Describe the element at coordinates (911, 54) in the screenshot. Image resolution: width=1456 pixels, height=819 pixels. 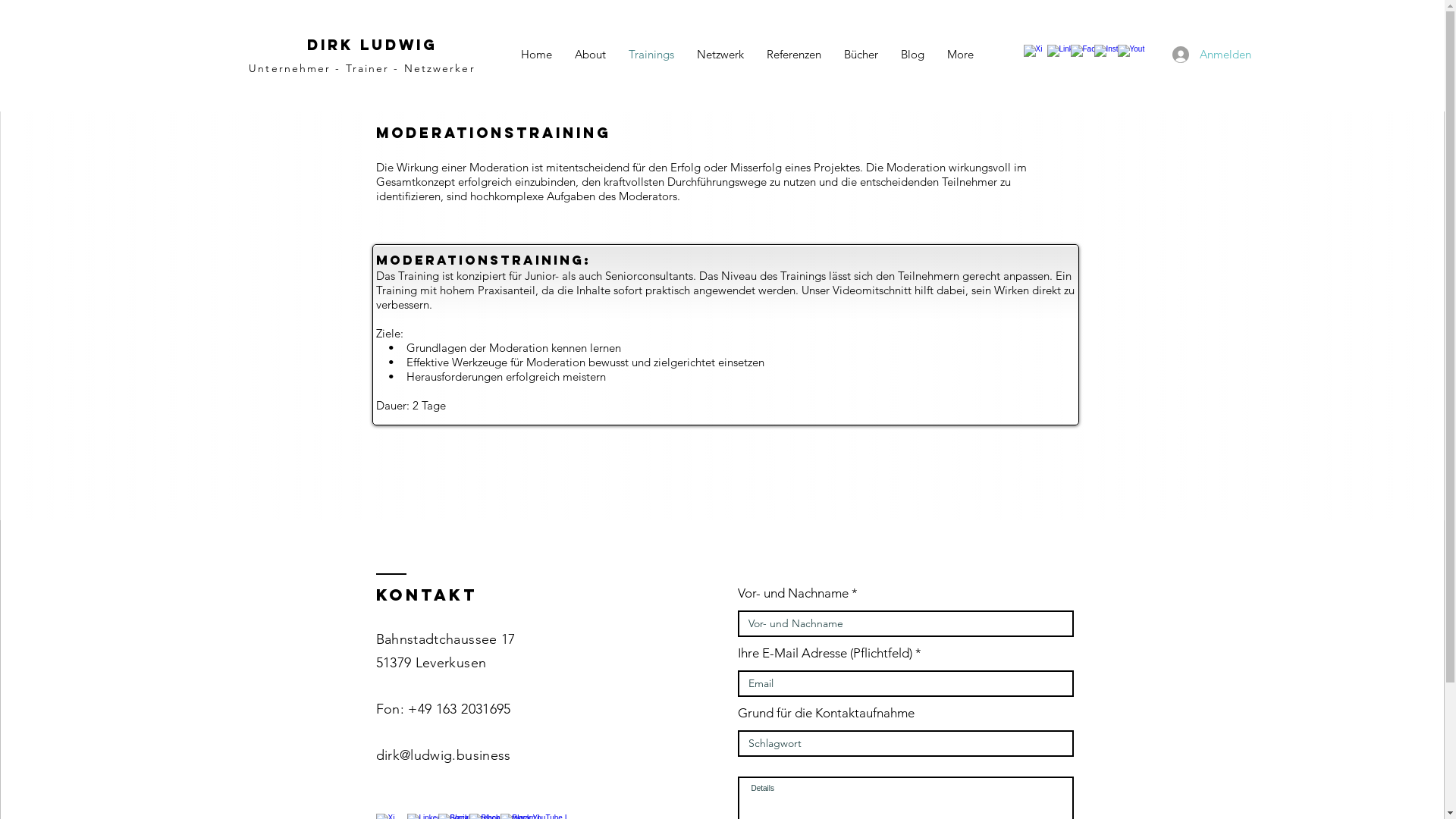
I see `'Blog'` at that location.